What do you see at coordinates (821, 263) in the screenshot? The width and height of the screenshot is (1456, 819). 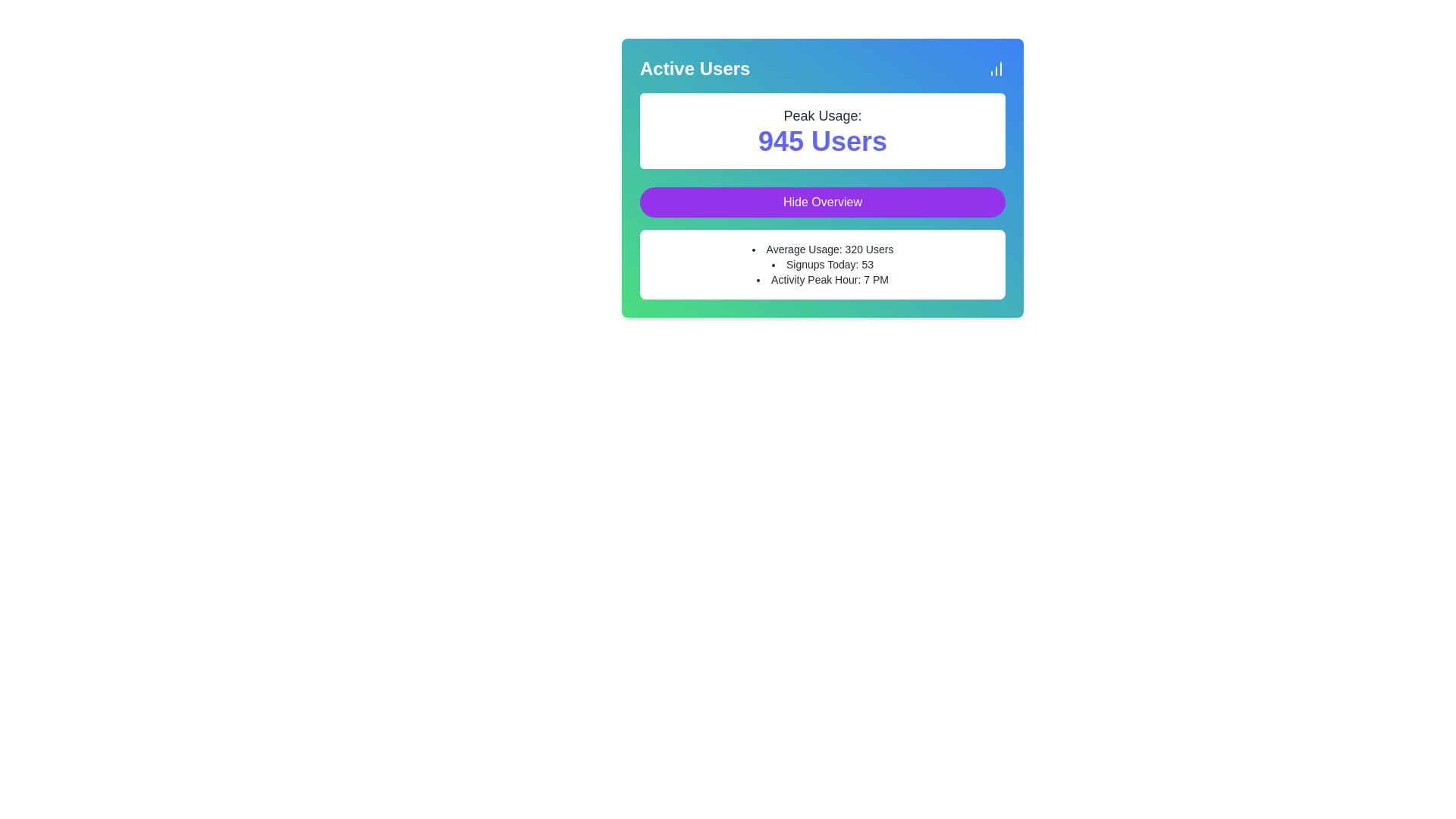 I see `the Text element displaying 'Signups Today: 53' which is the second item in a bullet-point list within the 'Active Users' panel` at bounding box center [821, 263].